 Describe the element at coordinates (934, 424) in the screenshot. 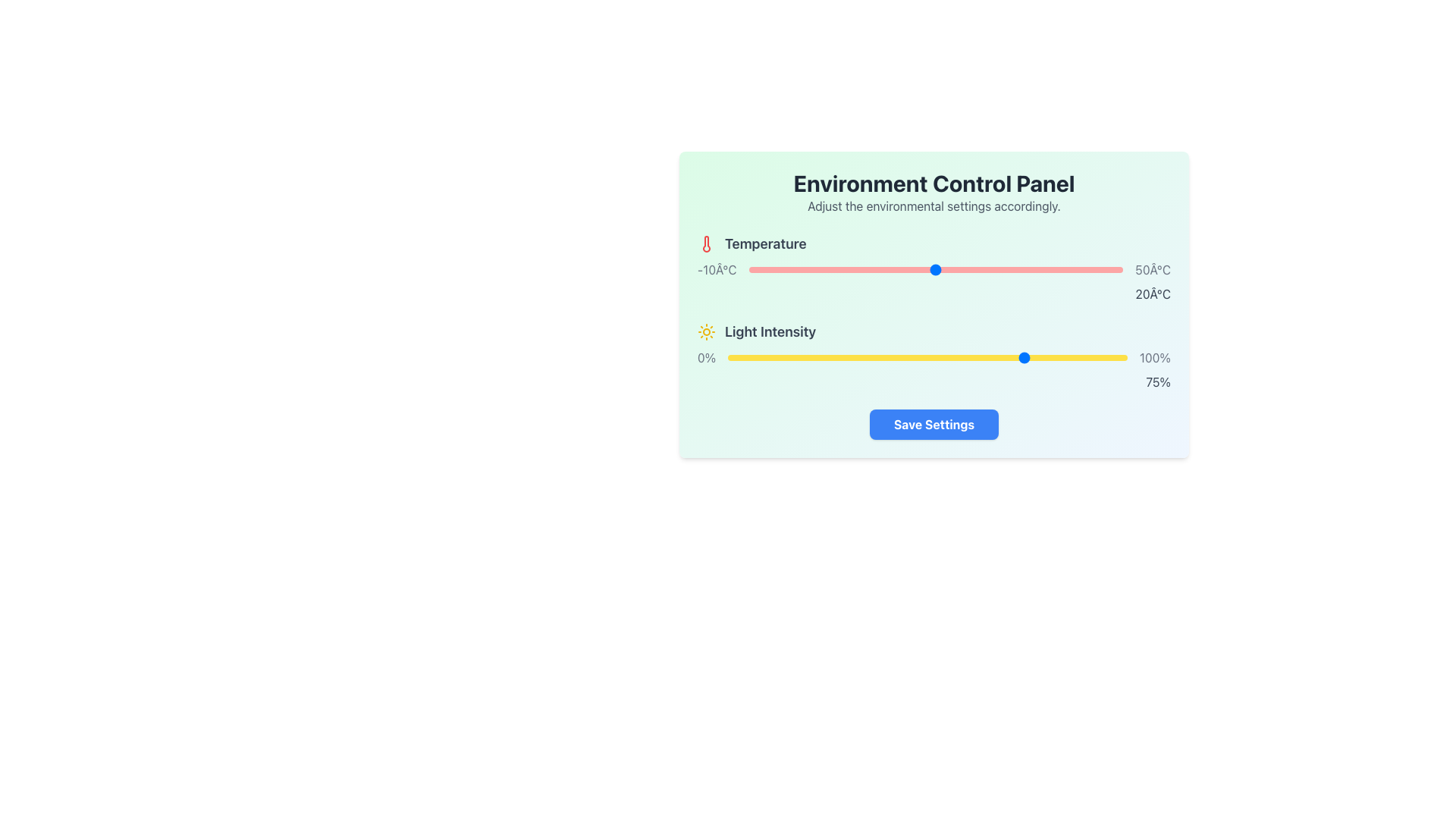

I see `the save button located at the bottom of the 'Environment Control Panel', below the 'Temperature' and 'Light Intensity' sliders` at that location.